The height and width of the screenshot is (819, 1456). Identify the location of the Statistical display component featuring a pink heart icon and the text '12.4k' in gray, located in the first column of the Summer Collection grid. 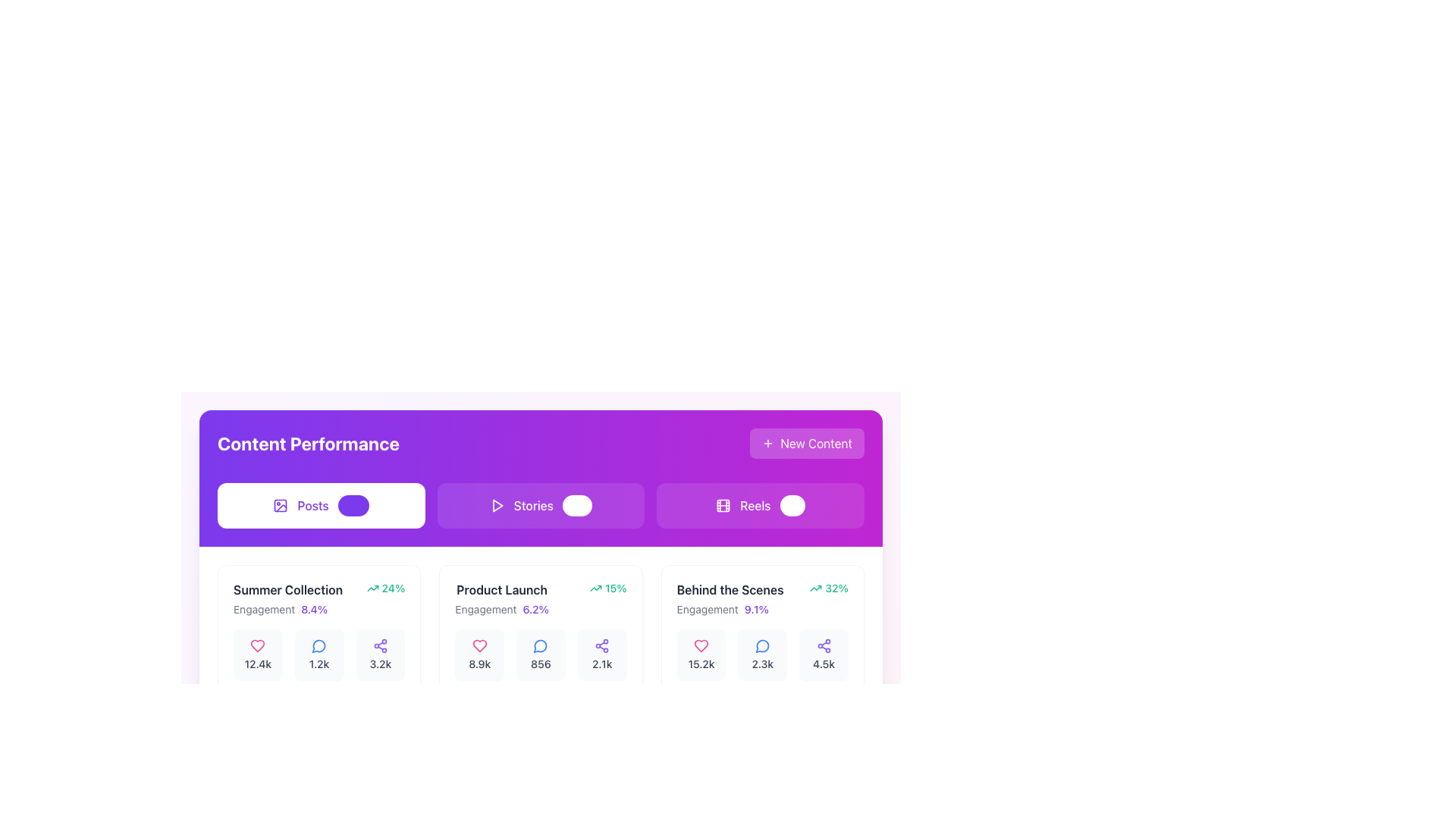
(258, 654).